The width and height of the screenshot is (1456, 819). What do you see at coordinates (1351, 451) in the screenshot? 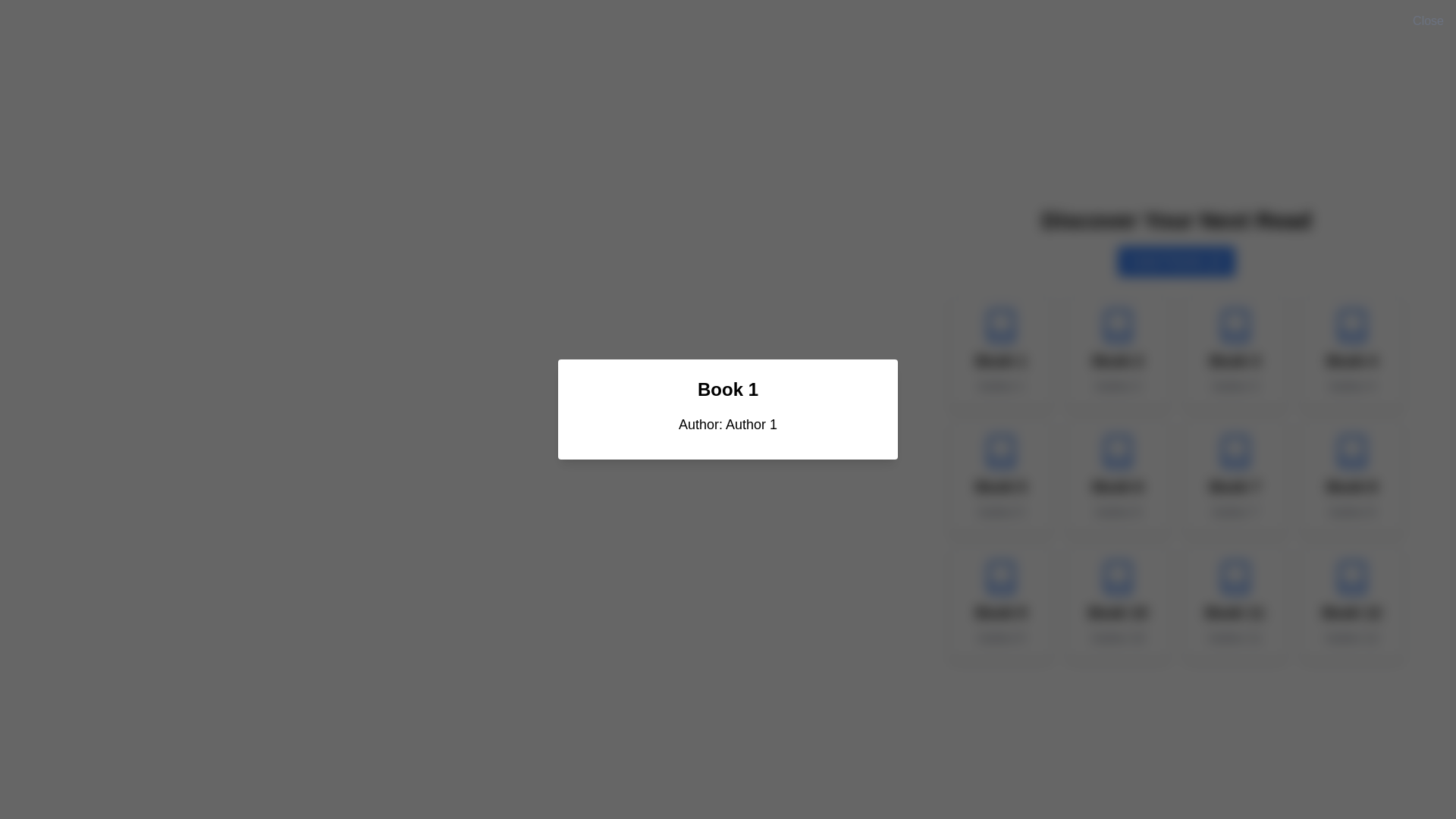
I see `the book icon located in the fourth position of the second row in a 4x3 grid layout` at bounding box center [1351, 451].